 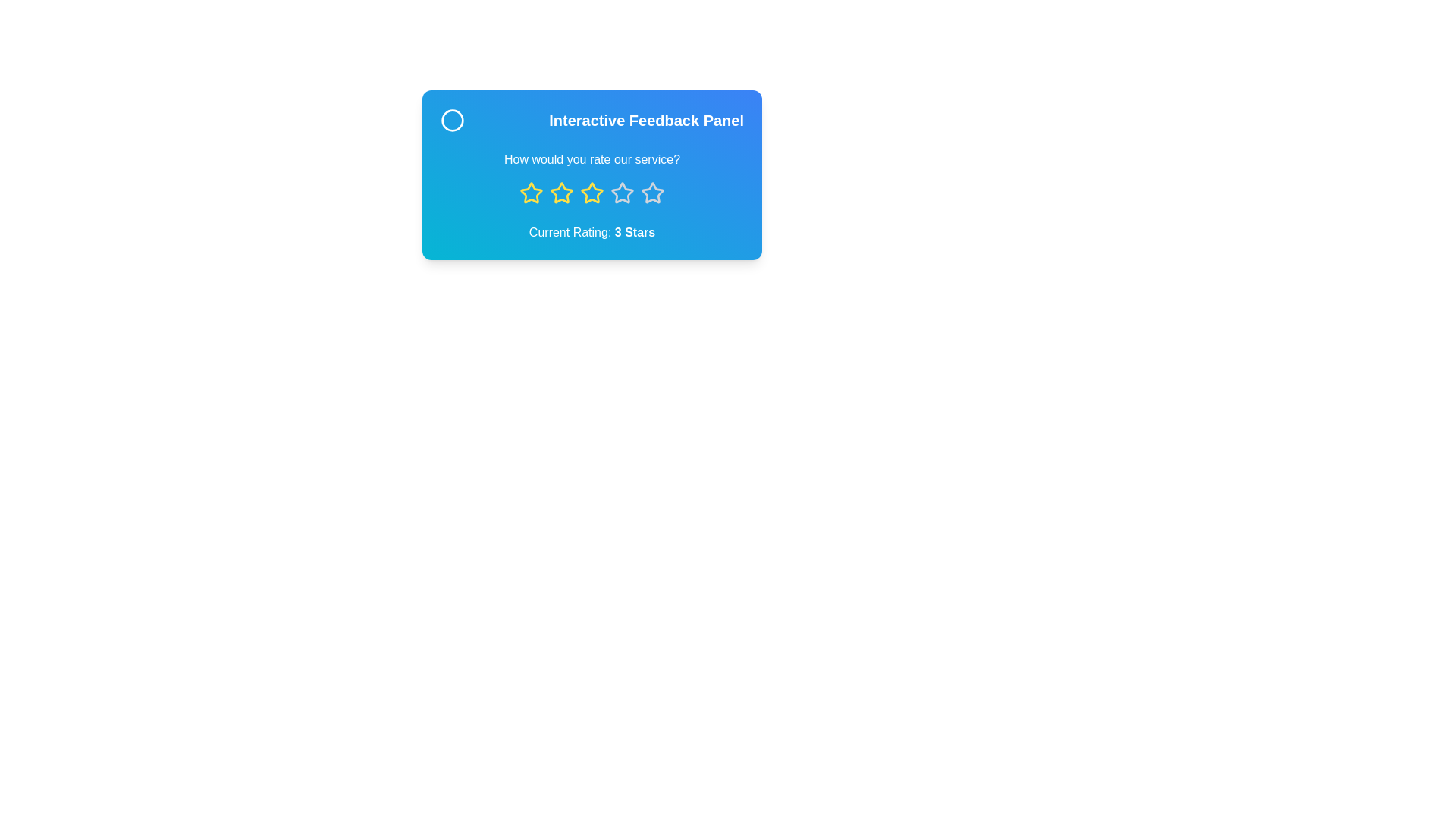 What do you see at coordinates (560, 192) in the screenshot?
I see `the third star icon in the rating system` at bounding box center [560, 192].